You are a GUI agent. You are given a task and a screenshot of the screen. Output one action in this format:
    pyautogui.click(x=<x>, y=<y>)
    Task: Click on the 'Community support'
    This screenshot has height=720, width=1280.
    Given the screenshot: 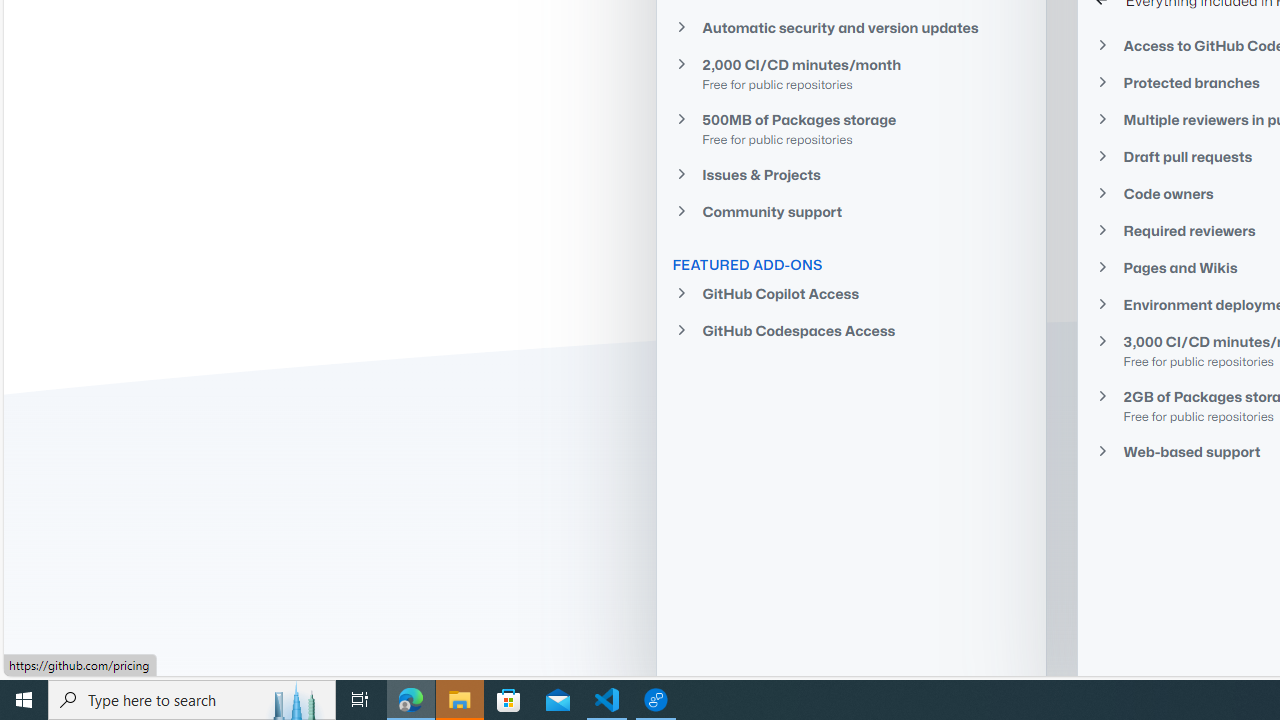 What is the action you would take?
    pyautogui.click(x=851, y=212)
    